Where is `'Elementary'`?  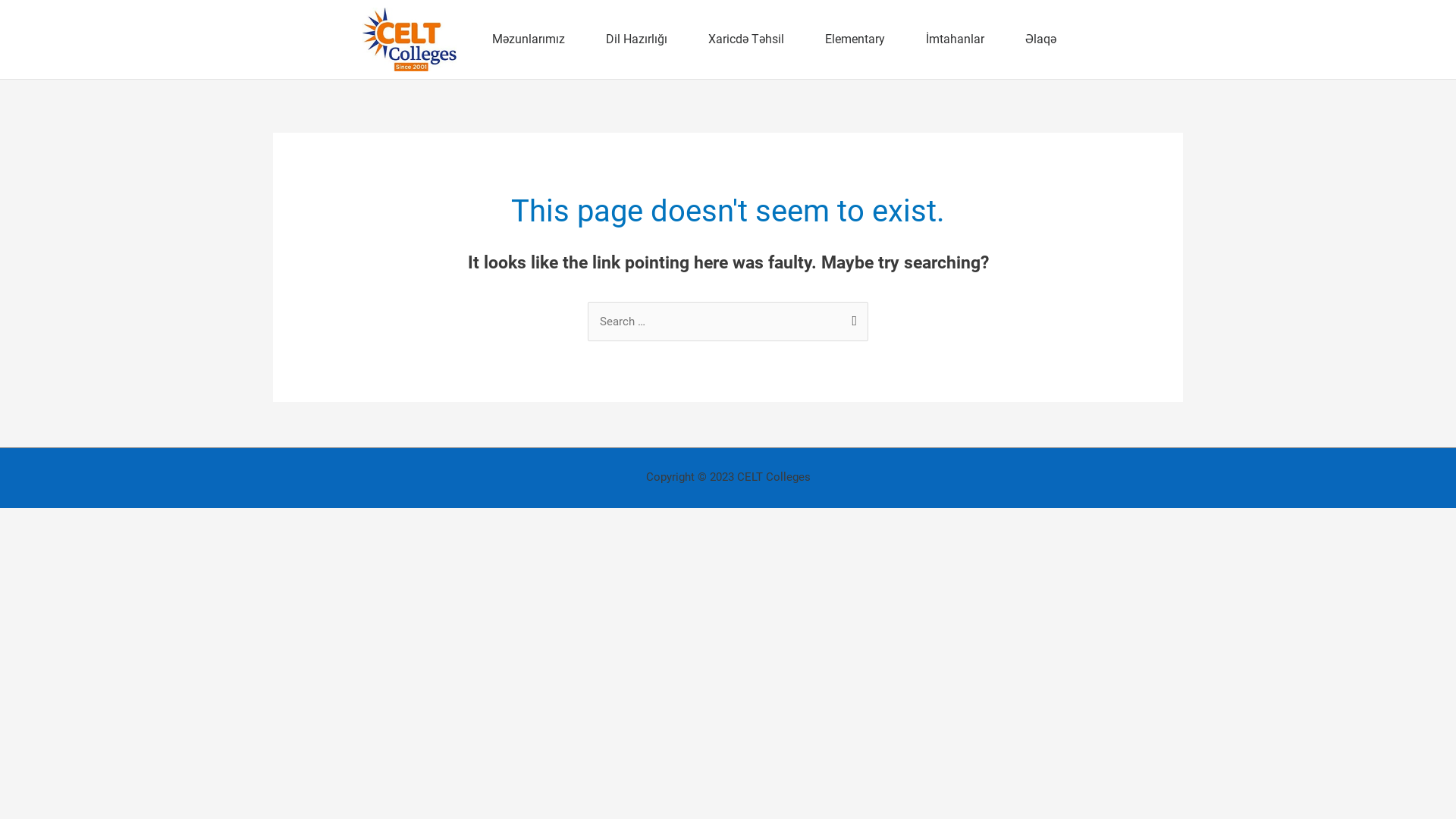
'Elementary' is located at coordinates (855, 38).